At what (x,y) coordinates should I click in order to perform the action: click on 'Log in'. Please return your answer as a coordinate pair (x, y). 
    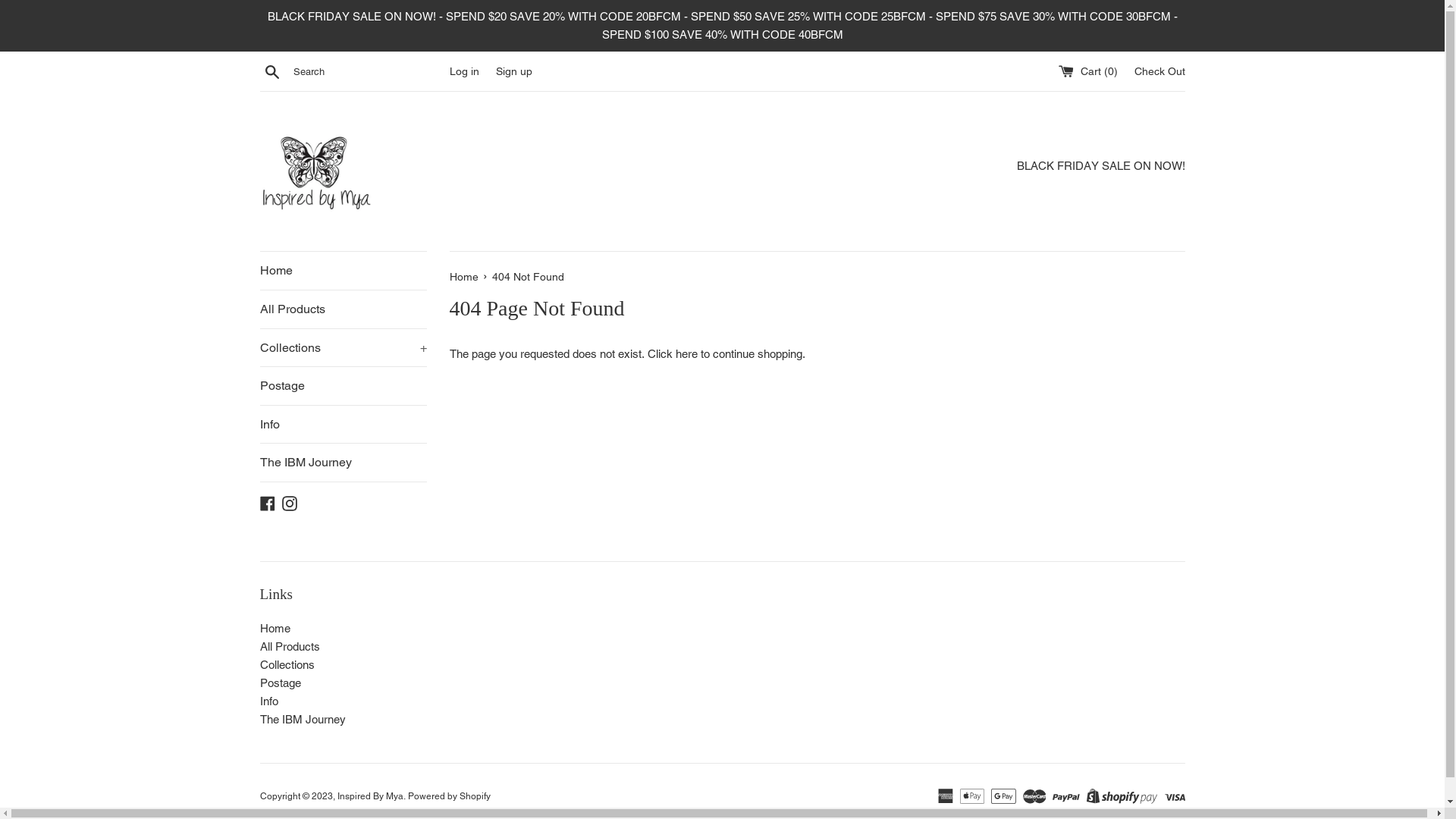
    Looking at the image, I should click on (463, 71).